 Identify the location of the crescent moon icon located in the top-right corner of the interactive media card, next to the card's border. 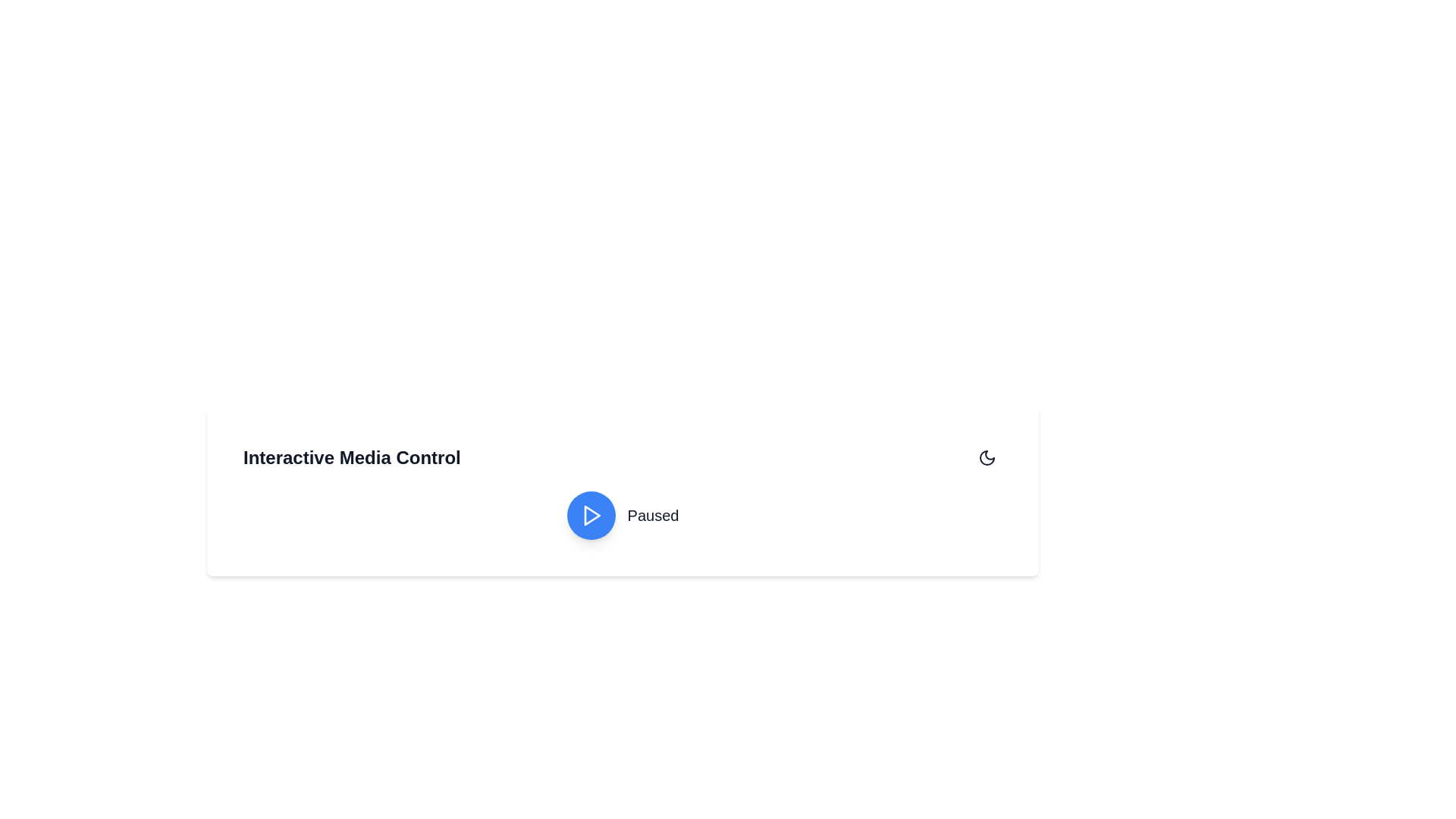
(987, 457).